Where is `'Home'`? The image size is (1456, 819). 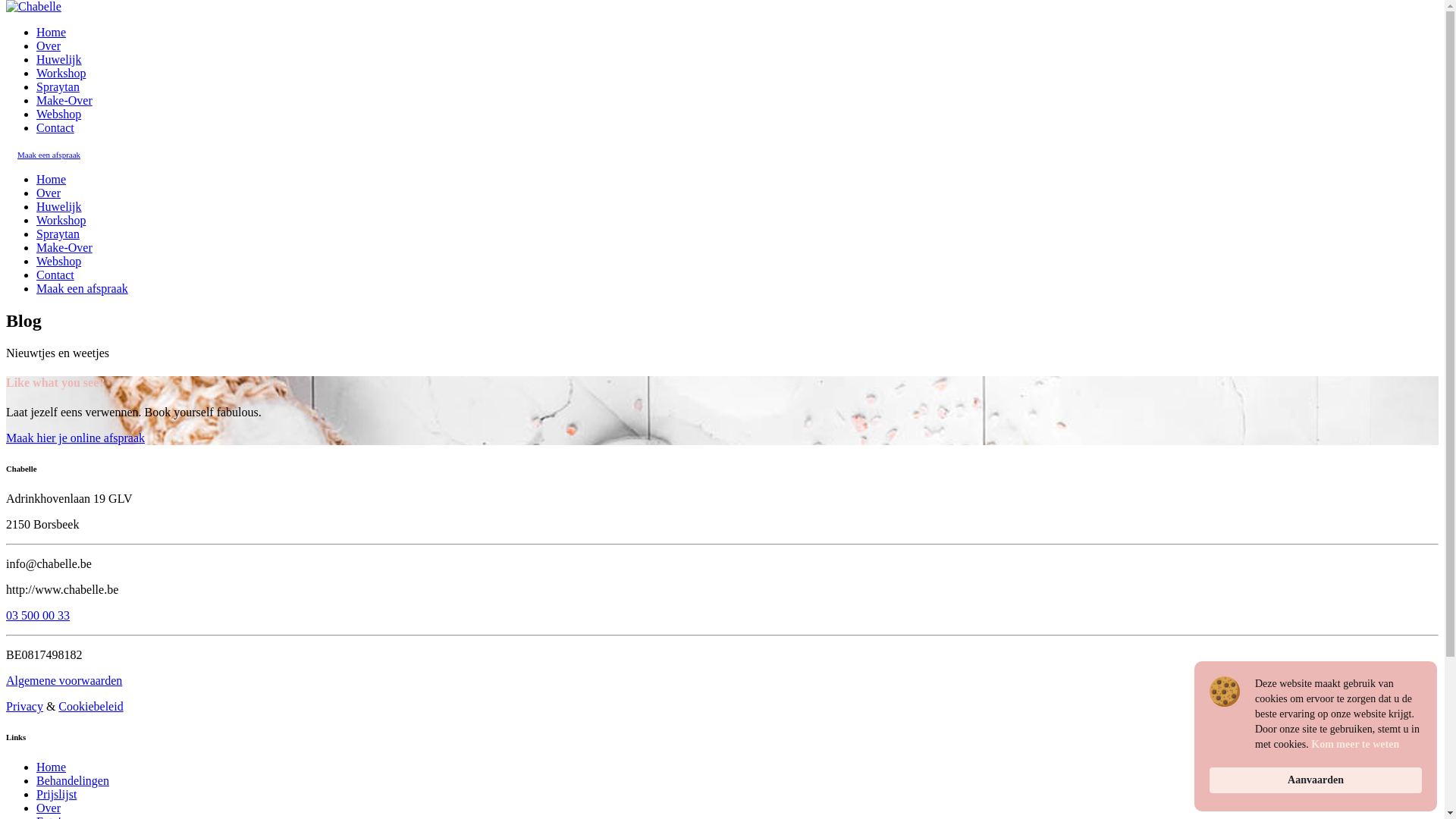
'Home' is located at coordinates (51, 32).